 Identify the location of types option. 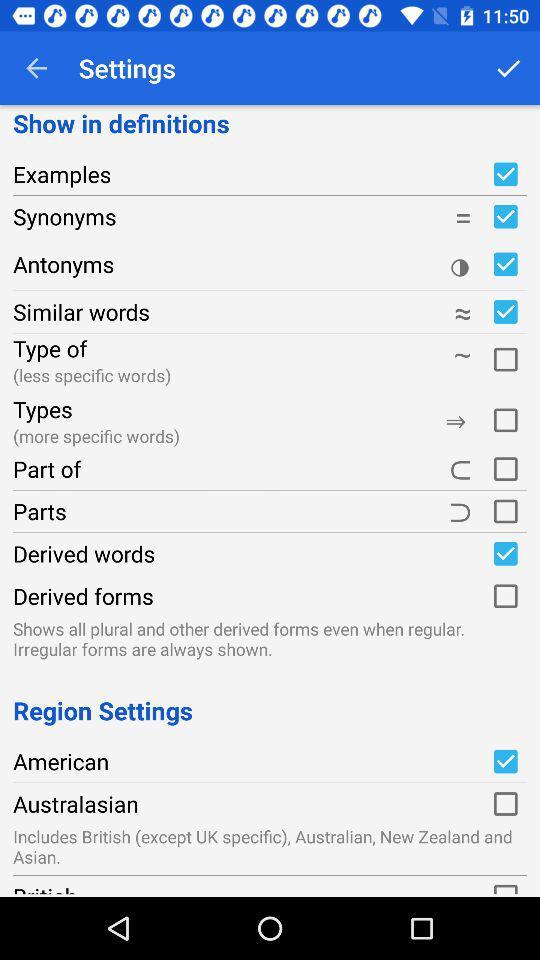
(504, 416).